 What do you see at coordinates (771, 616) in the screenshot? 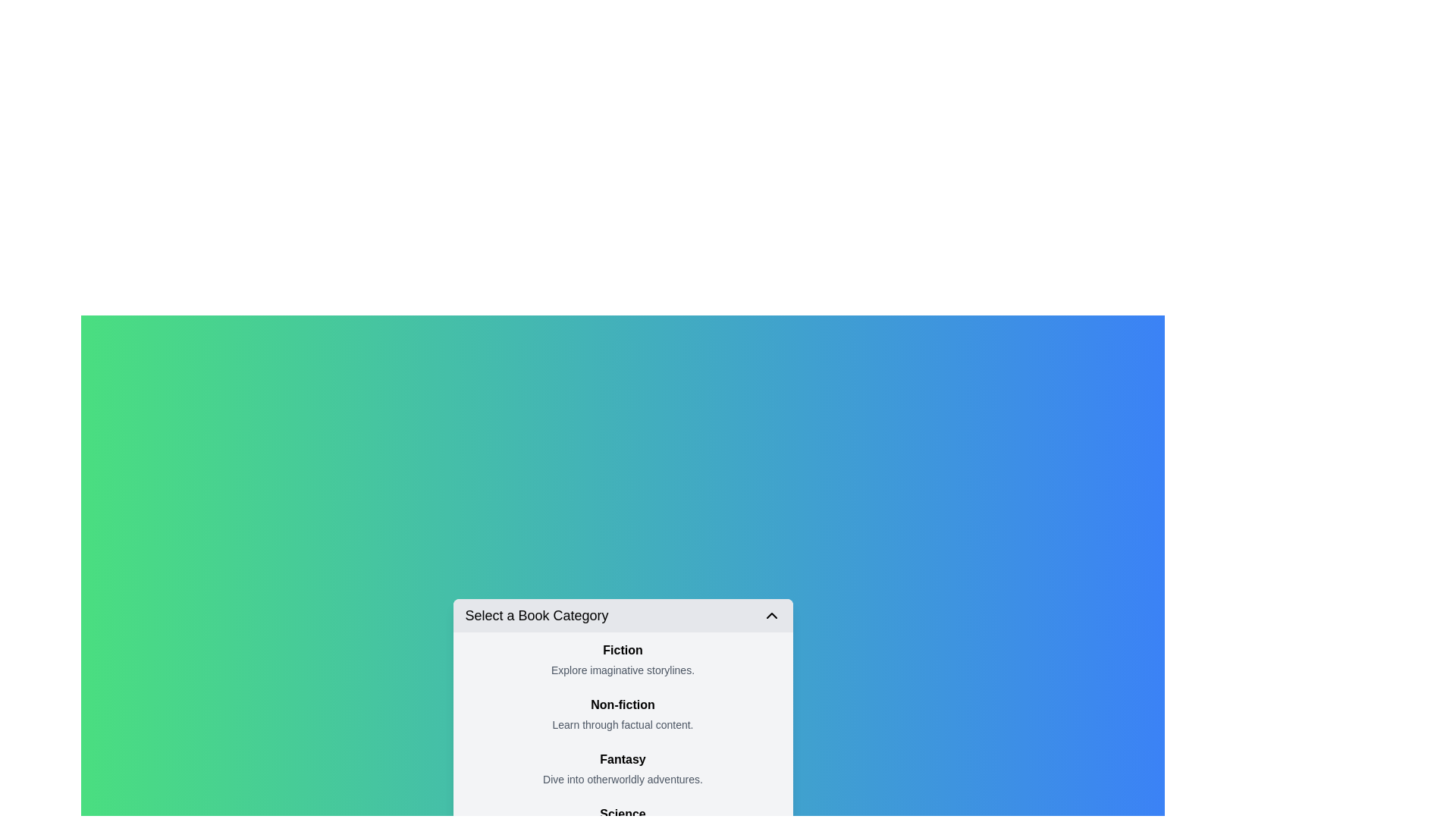
I see `the toggle button located in the top-right corner of the gray rectangular section labeled 'Select a Book Category'` at bounding box center [771, 616].